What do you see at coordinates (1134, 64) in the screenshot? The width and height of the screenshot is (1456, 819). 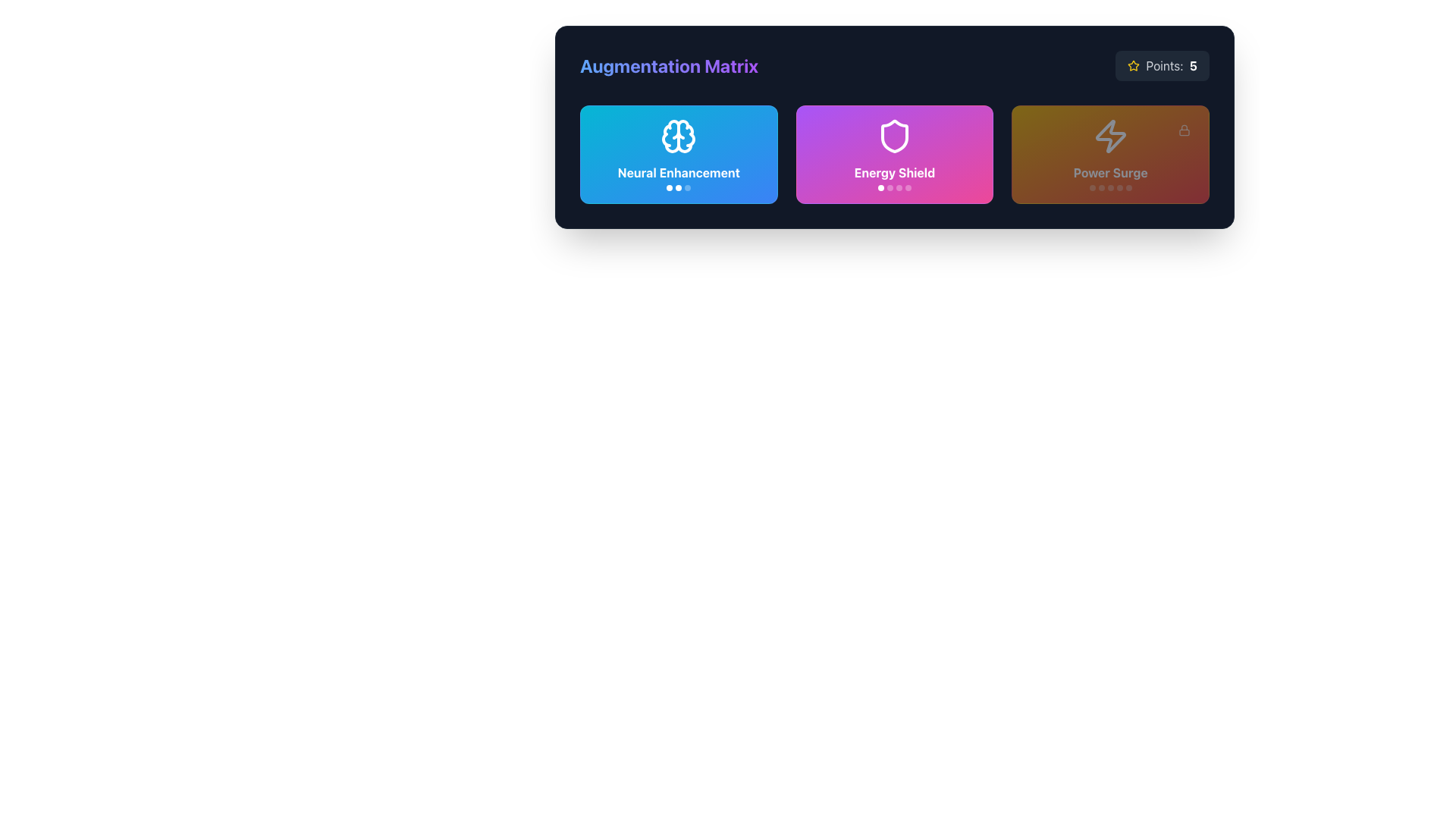 I see `the star icon with a yellow fill color located in the top-right section of the interface, near the points indicator displaying '5 Points'` at bounding box center [1134, 64].